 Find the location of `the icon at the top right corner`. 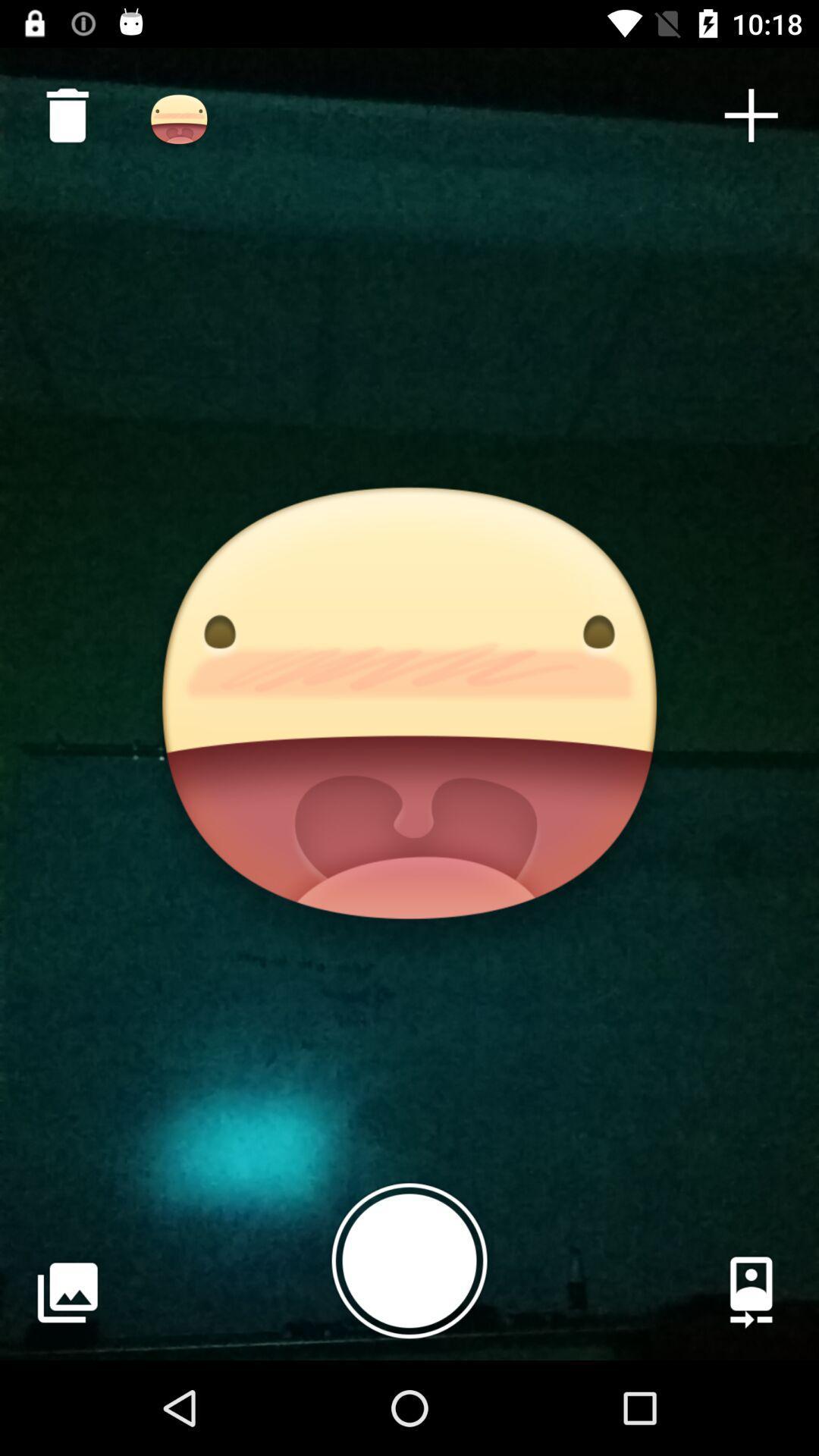

the icon at the top right corner is located at coordinates (751, 115).